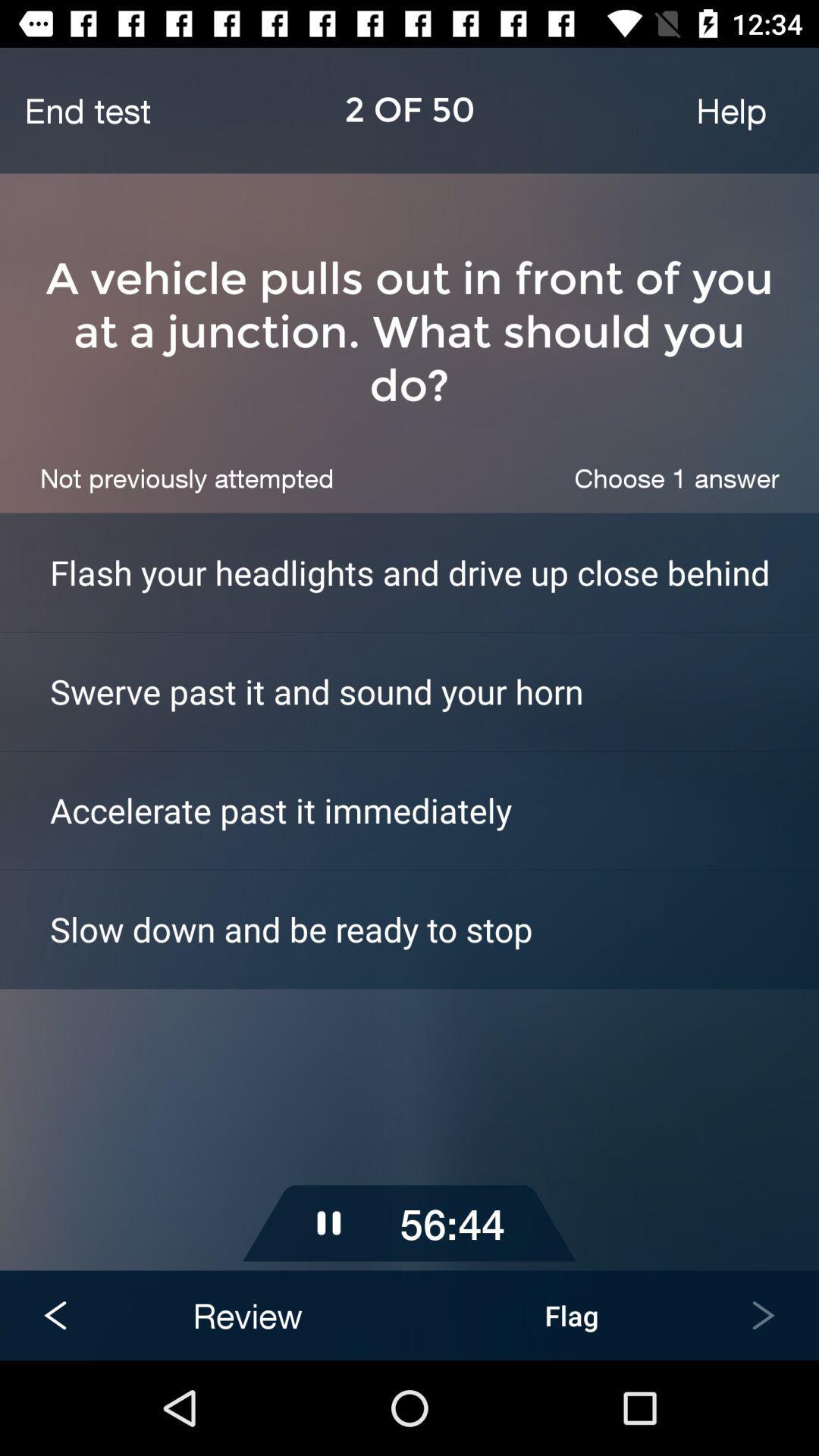 The width and height of the screenshot is (819, 1456). What do you see at coordinates (186, 477) in the screenshot?
I see `the icon below the a vehicle pulls icon` at bounding box center [186, 477].